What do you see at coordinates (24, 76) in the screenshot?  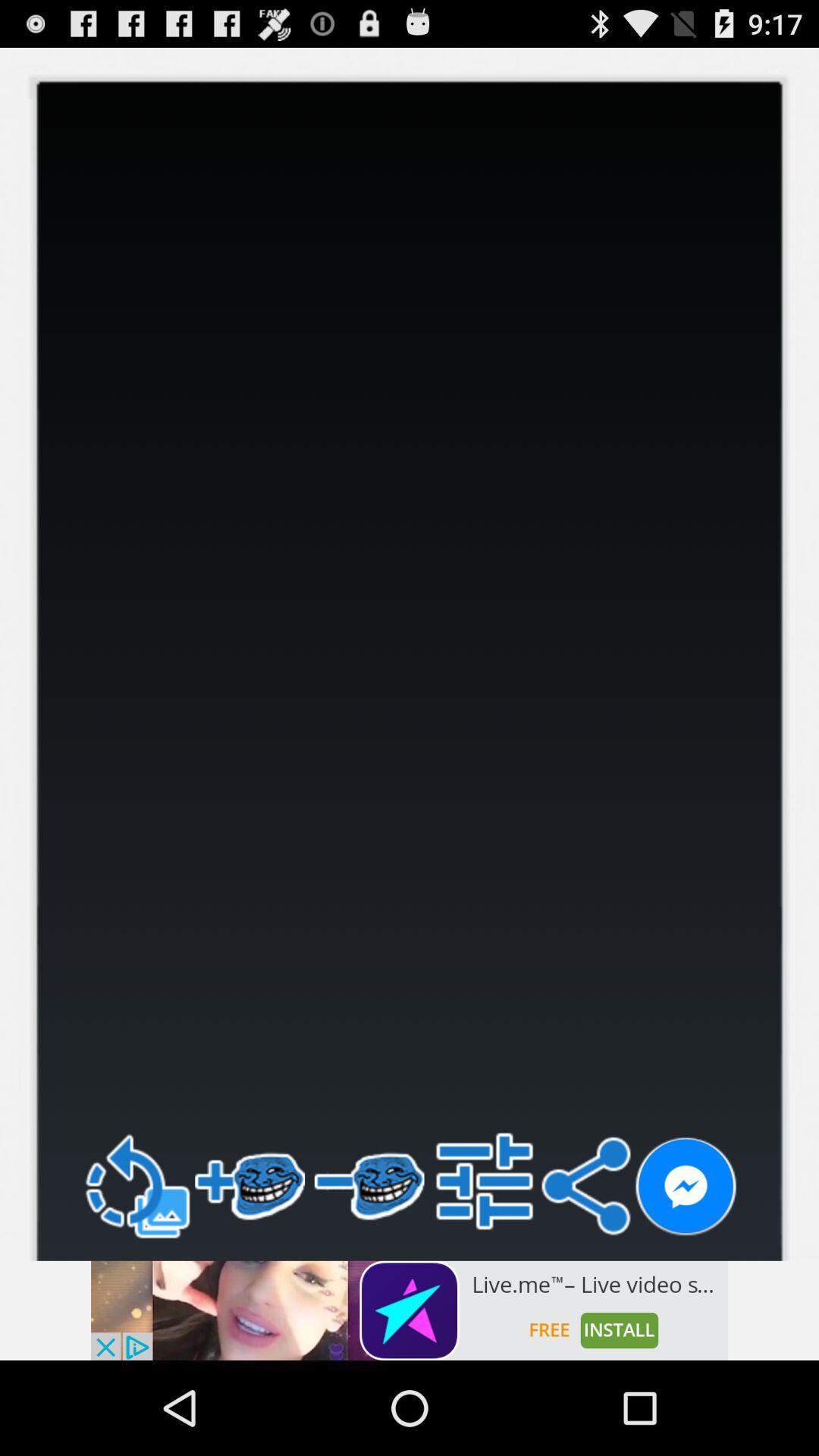 I see `the star icon` at bounding box center [24, 76].